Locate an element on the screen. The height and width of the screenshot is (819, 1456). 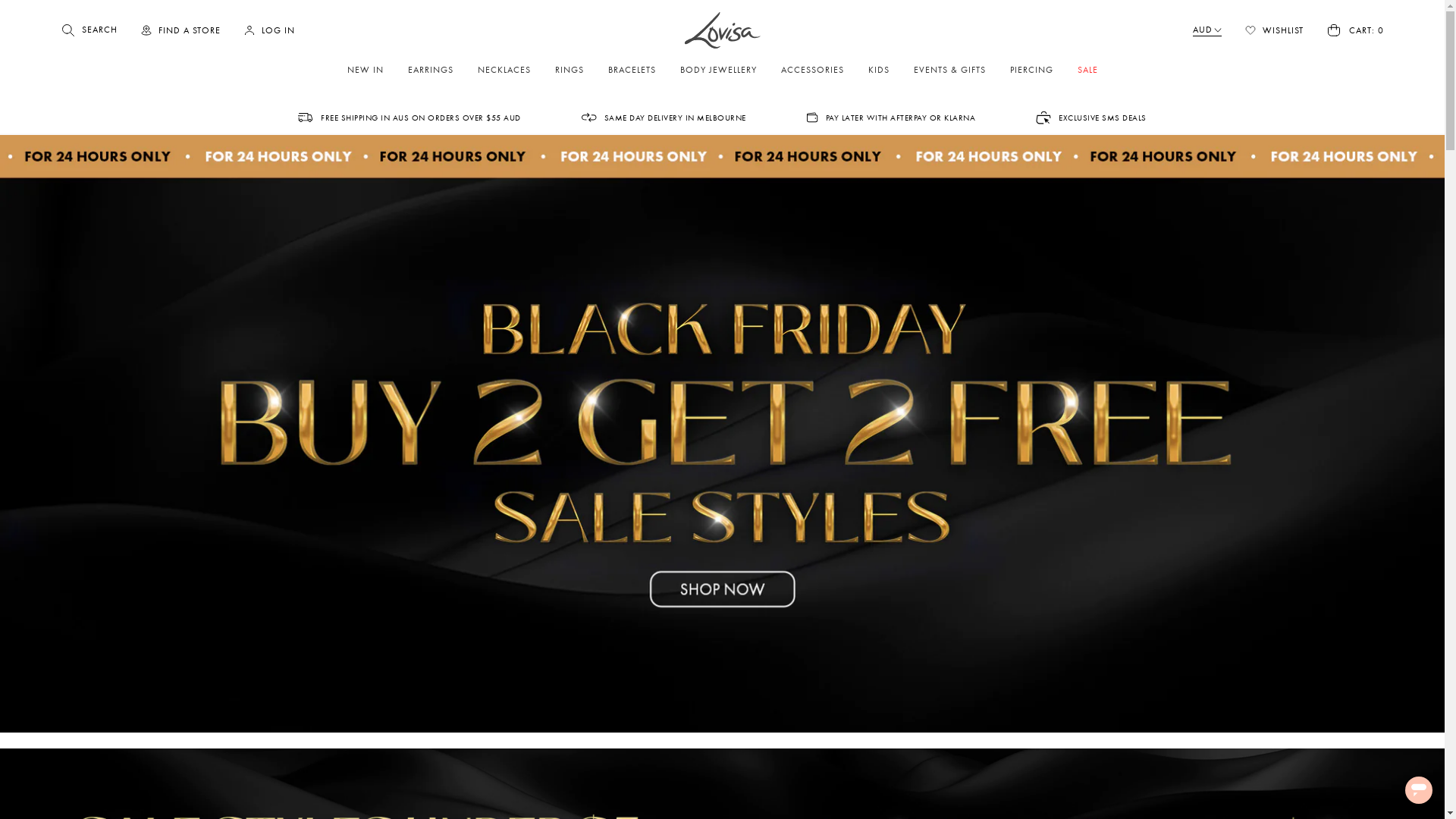
'KIDS' is located at coordinates (877, 70).